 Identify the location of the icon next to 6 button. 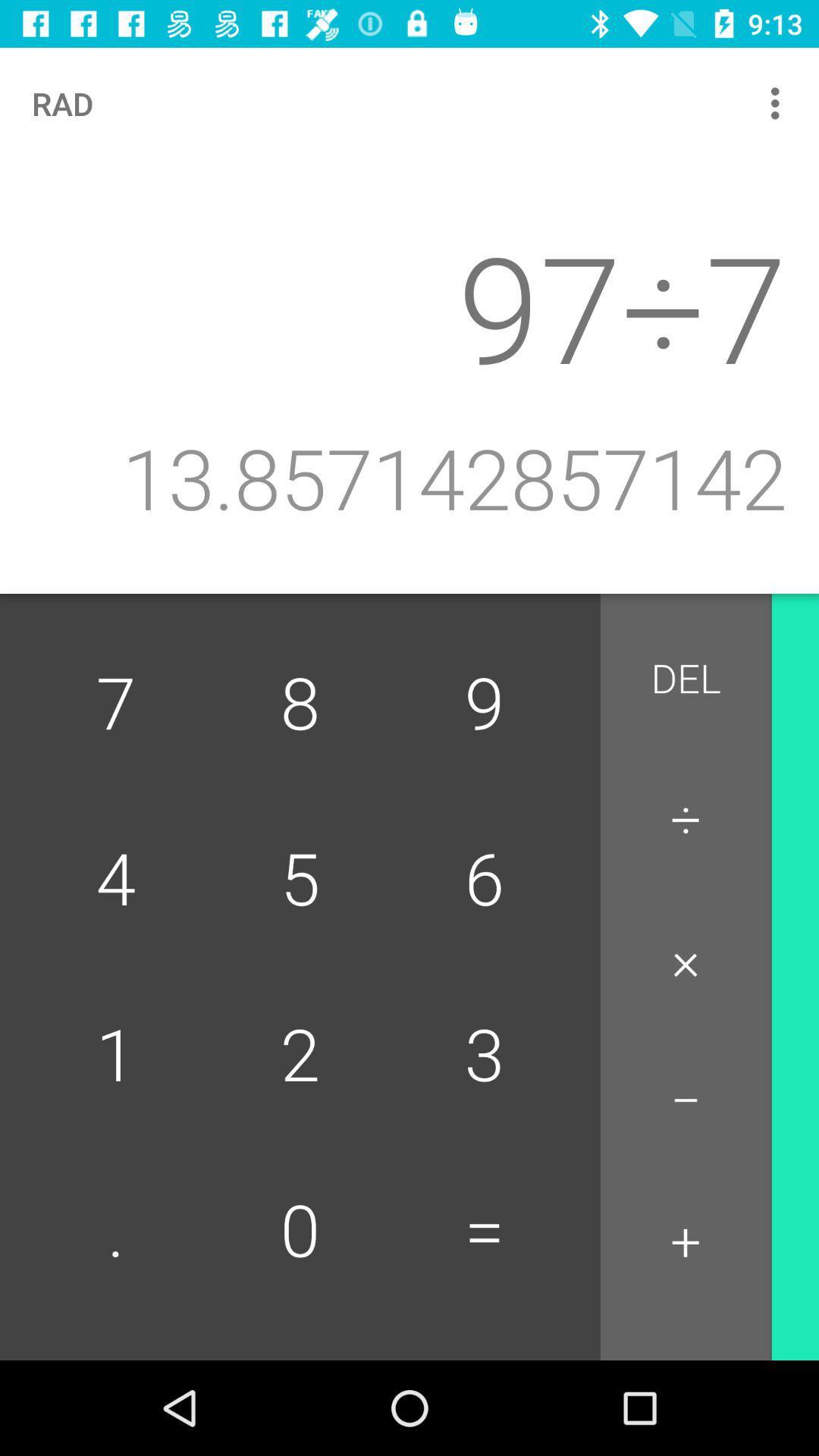
(686, 960).